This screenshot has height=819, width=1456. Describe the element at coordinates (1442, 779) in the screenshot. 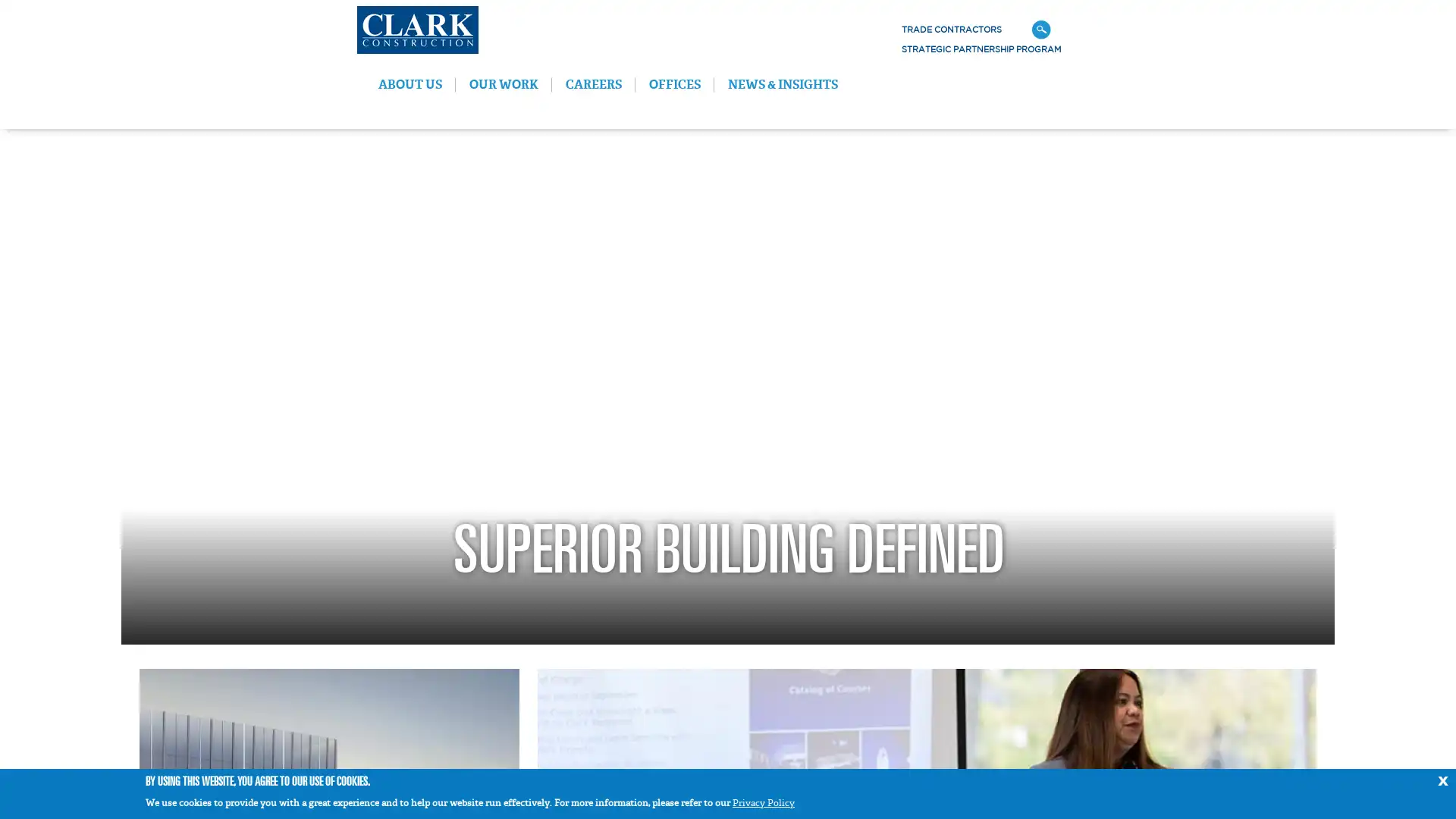

I see `x` at that location.